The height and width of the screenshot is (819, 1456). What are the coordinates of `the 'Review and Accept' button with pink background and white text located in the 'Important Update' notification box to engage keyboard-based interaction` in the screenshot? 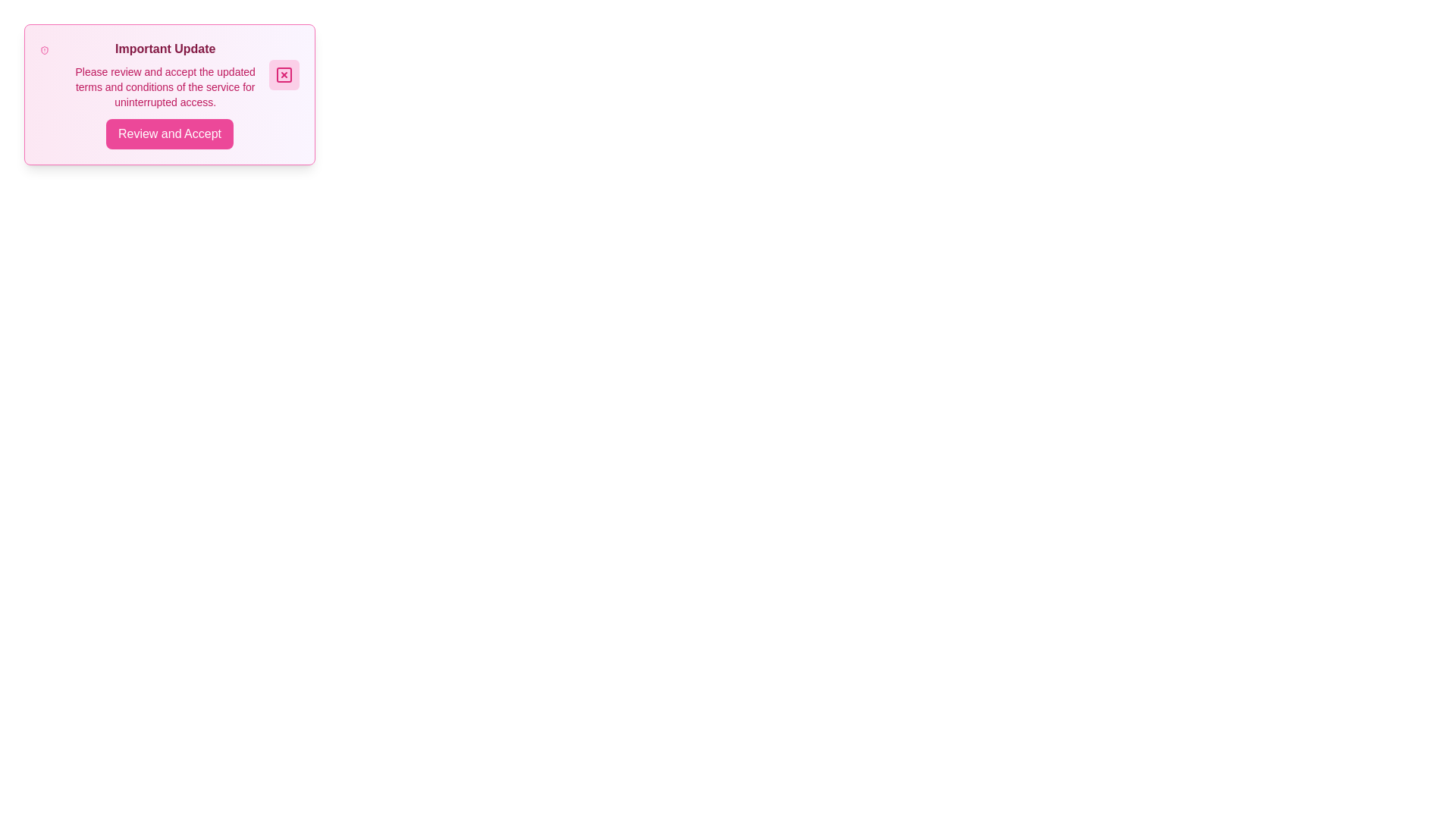 It's located at (170, 133).